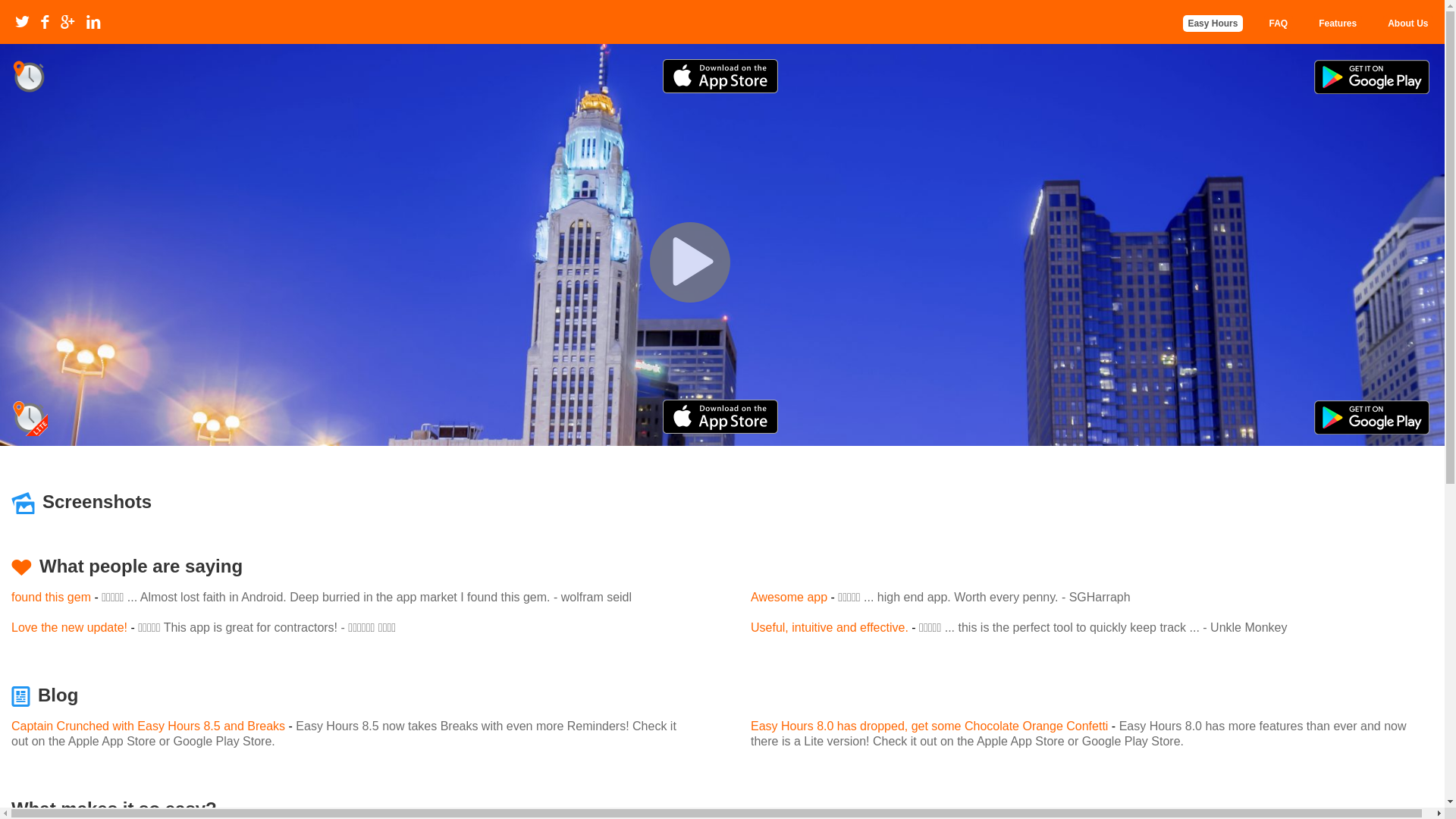  I want to click on 'FAQ', so click(1269, 23).